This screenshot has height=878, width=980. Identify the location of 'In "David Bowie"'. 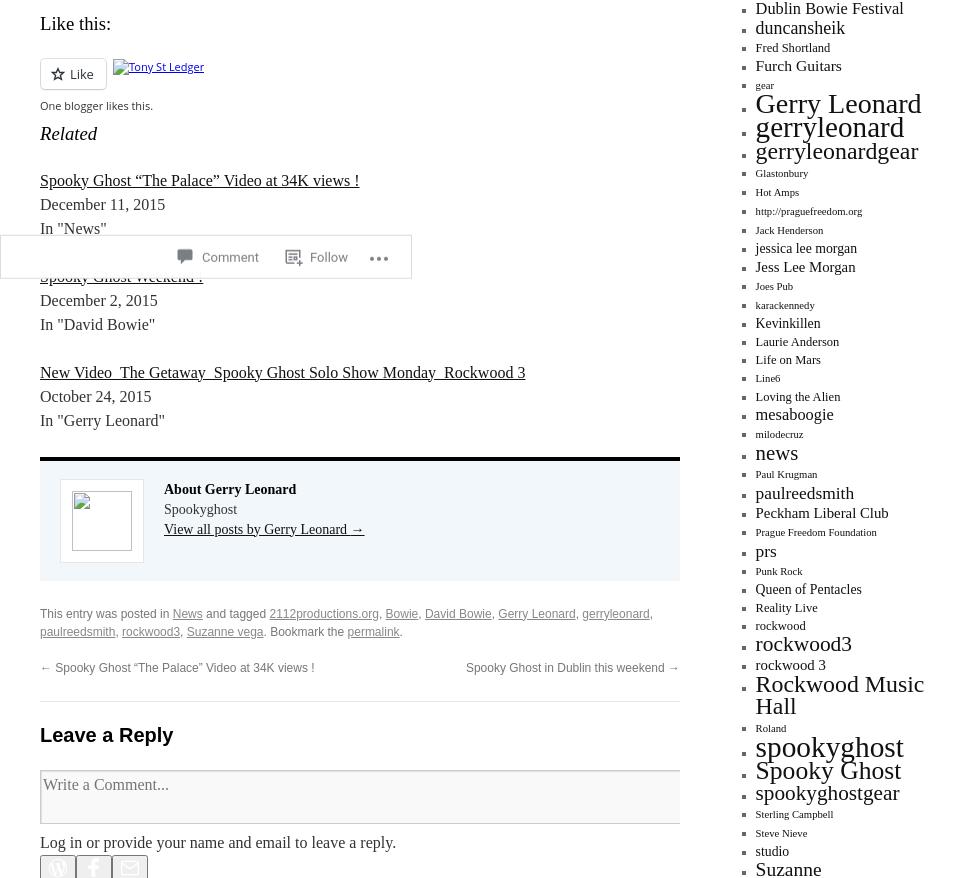
(97, 323).